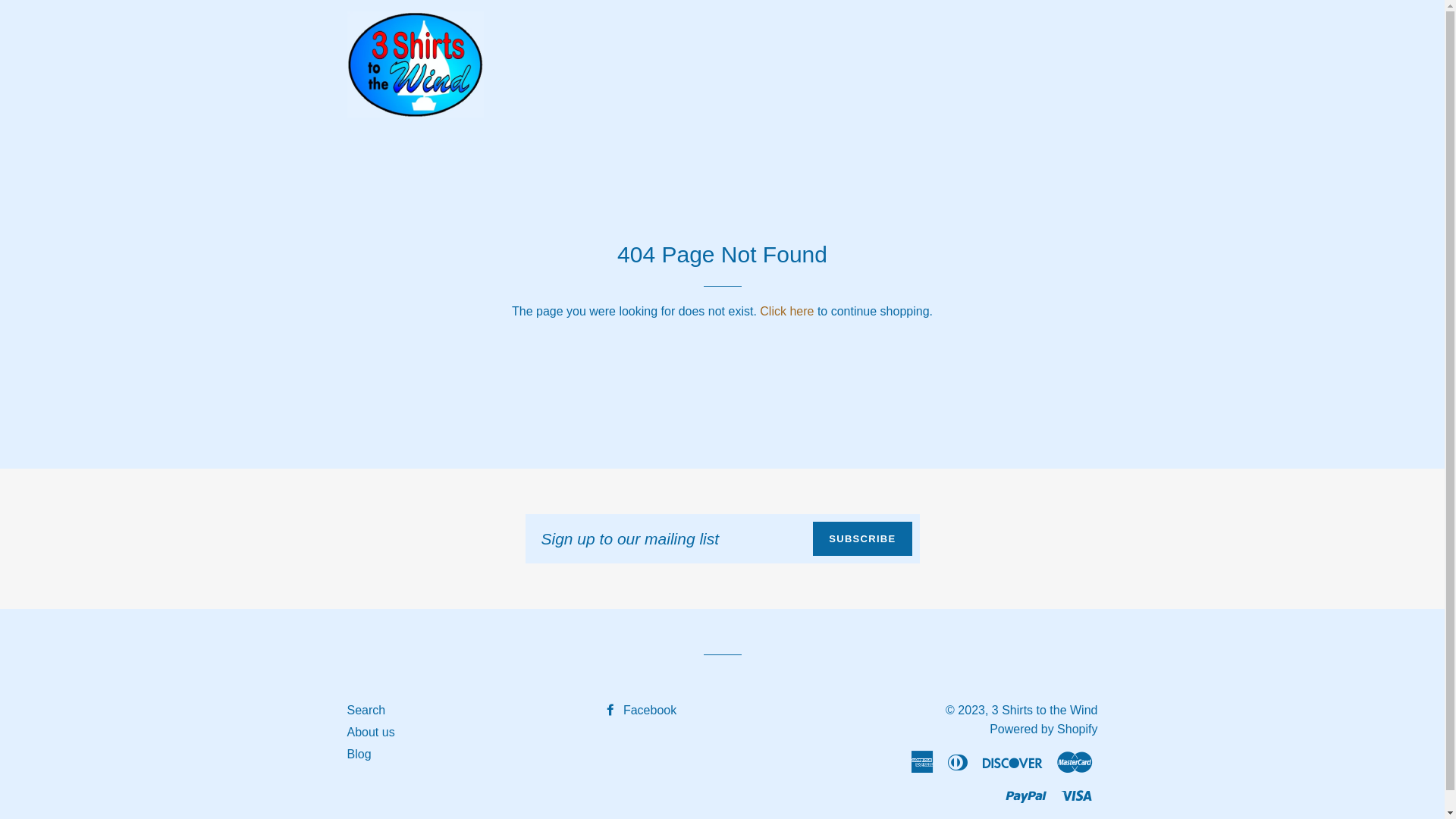 This screenshot has height=819, width=1456. What do you see at coordinates (786, 310) in the screenshot?
I see `'Click here'` at bounding box center [786, 310].